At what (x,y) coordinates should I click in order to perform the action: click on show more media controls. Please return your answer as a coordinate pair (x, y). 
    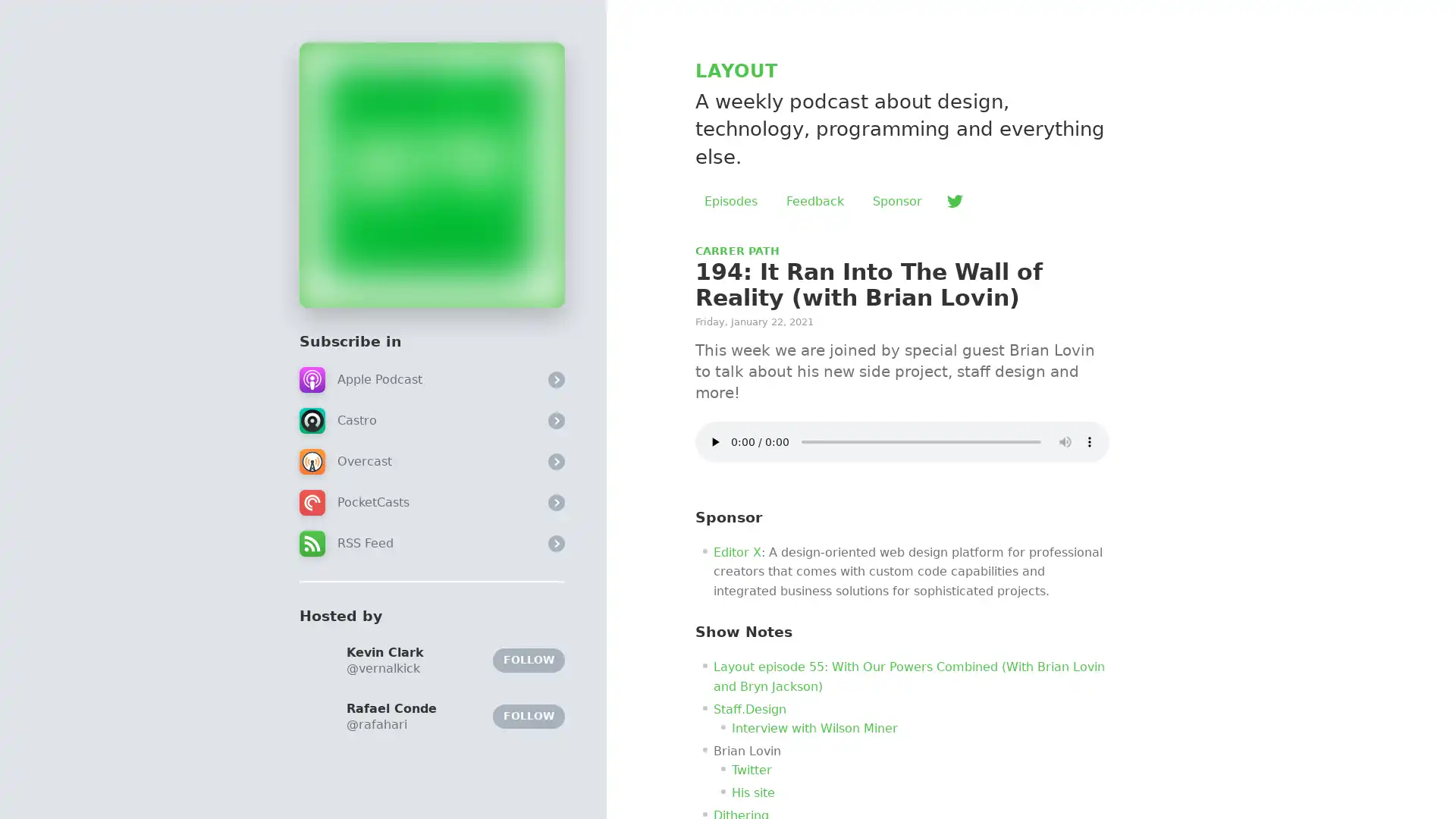
    Looking at the image, I should click on (1088, 441).